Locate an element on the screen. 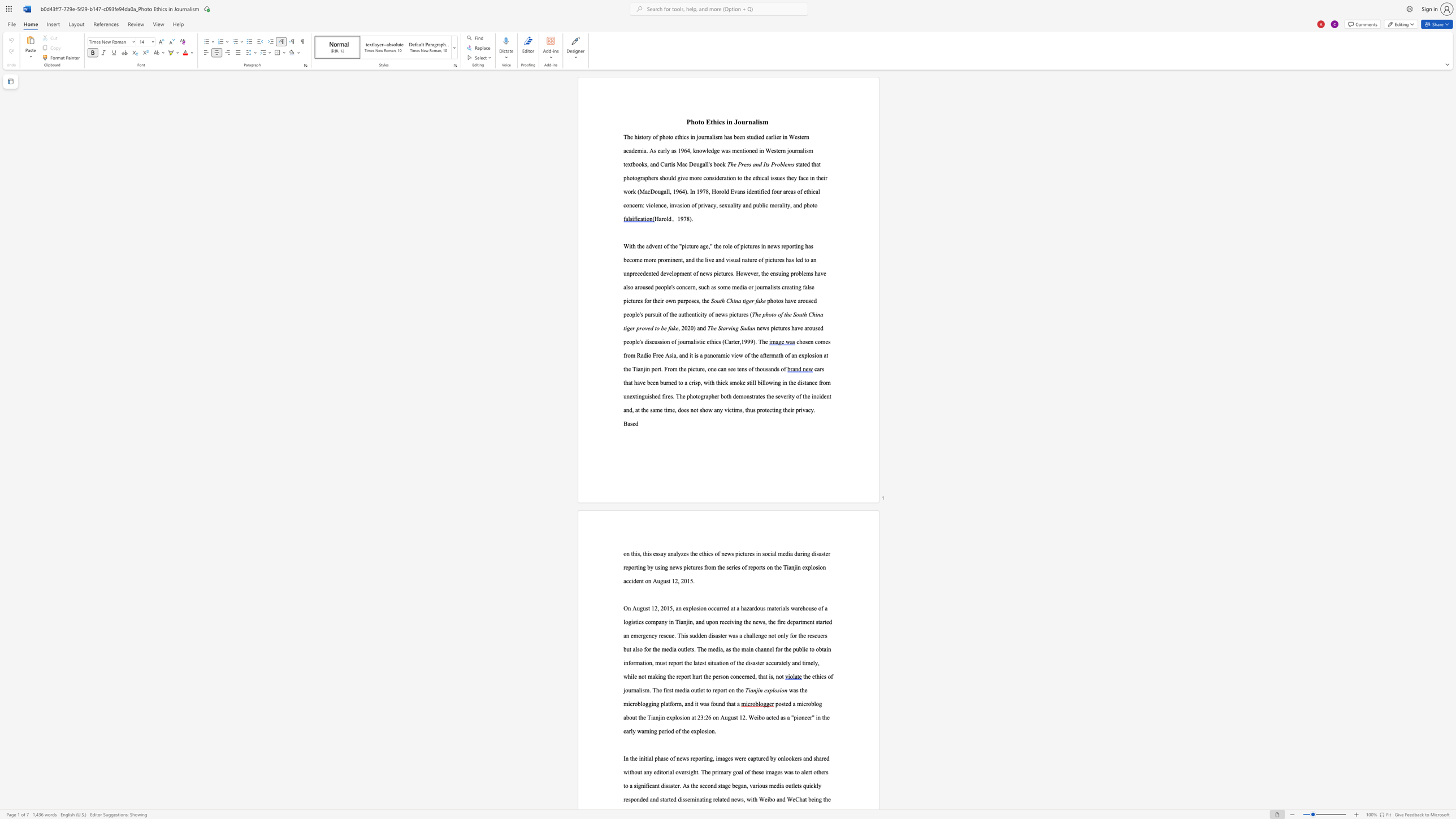 The width and height of the screenshot is (1456, 819). the subset text "ual nature of pictures has led to an unprecedented development of news pictures. However, the ensuing problems have also aroused people" within the text "With the advent of the" is located at coordinates (733, 259).